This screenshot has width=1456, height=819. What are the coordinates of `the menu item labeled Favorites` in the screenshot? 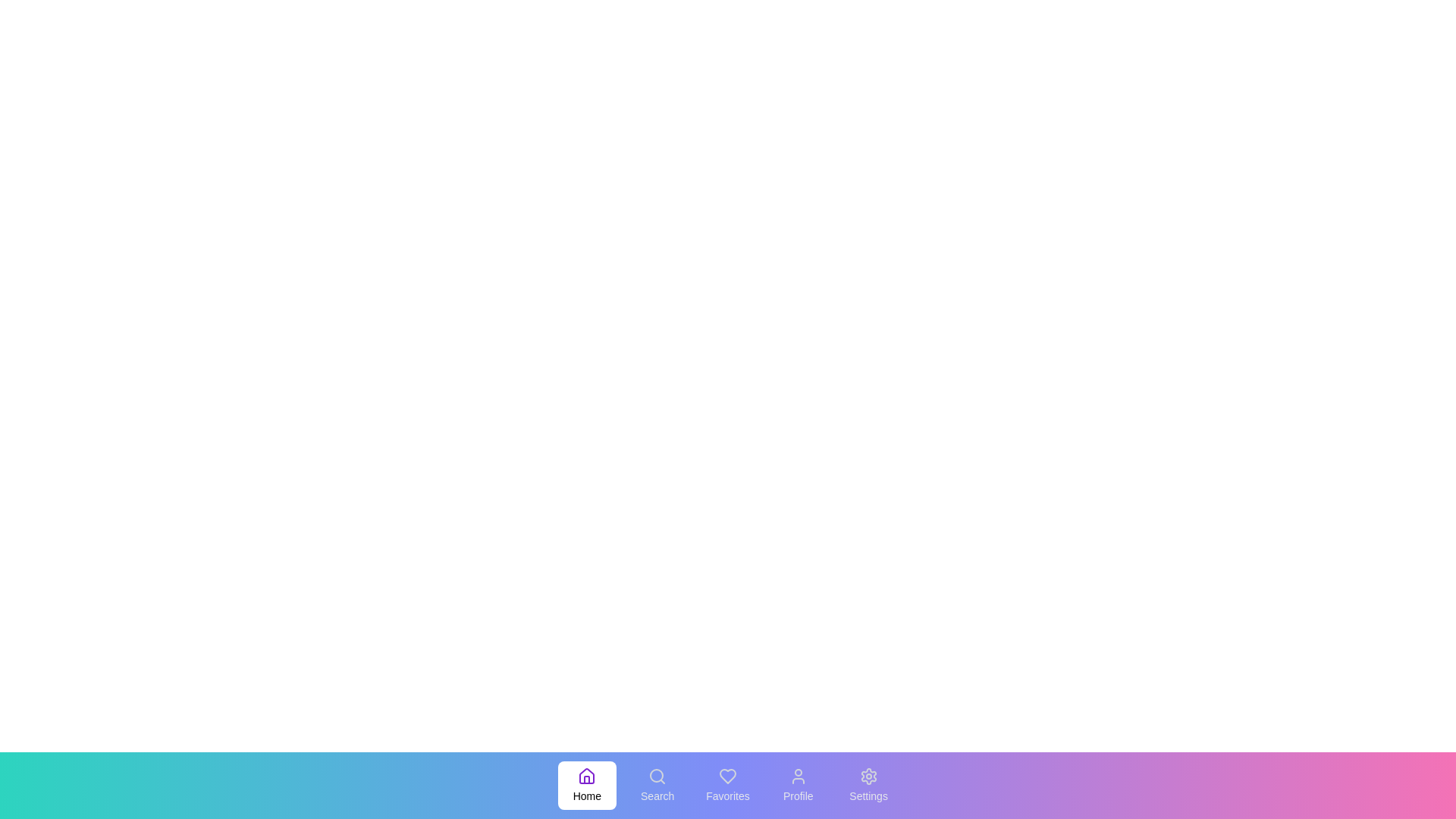 It's located at (728, 785).